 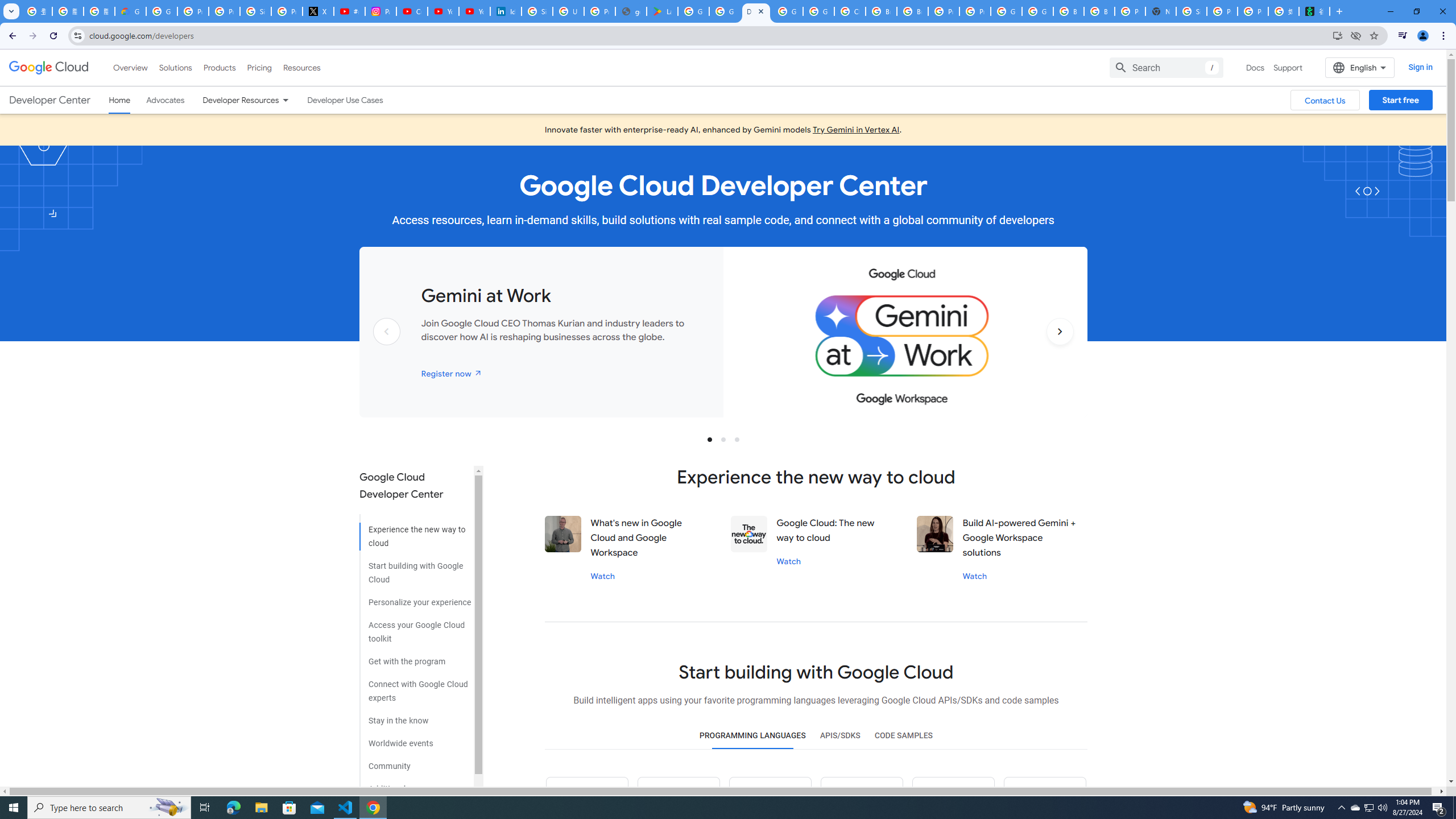 What do you see at coordinates (724, 11) in the screenshot?
I see `'Google Workspace - Specific Terms'` at bounding box center [724, 11].